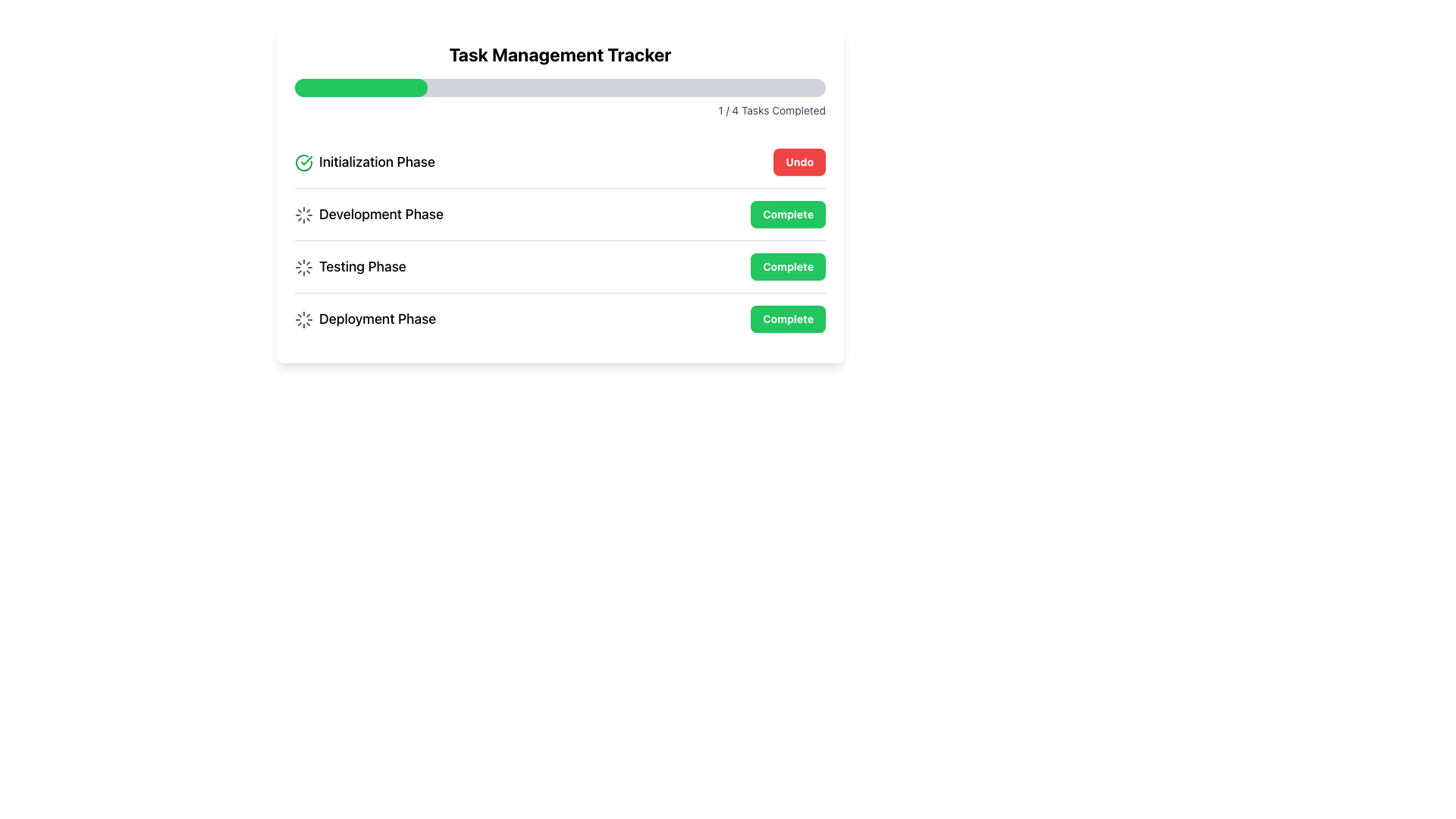 This screenshot has height=819, width=1456. I want to click on the loading icon indicating the 'Testing Phase' task in the task tracker interface, which is positioned to the left of the 'Testing Phase' label, so click(303, 267).